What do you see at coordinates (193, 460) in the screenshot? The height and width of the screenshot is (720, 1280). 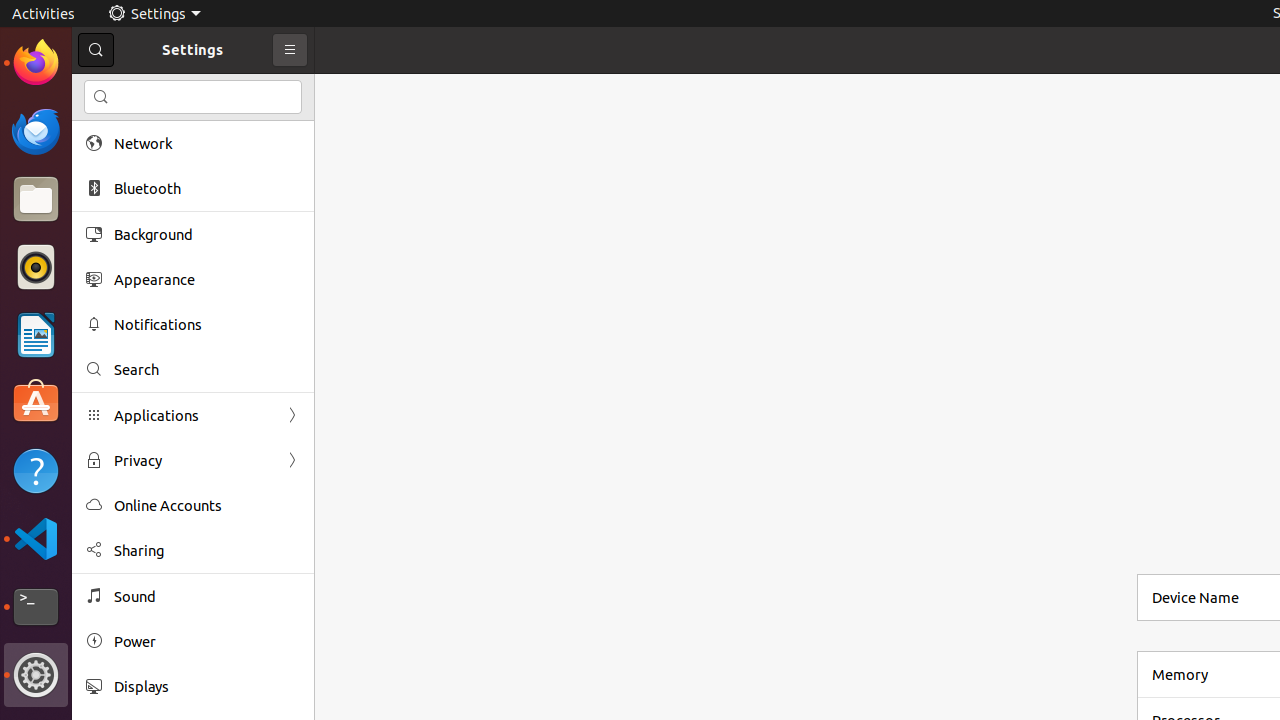 I see `'Privacy'` at bounding box center [193, 460].